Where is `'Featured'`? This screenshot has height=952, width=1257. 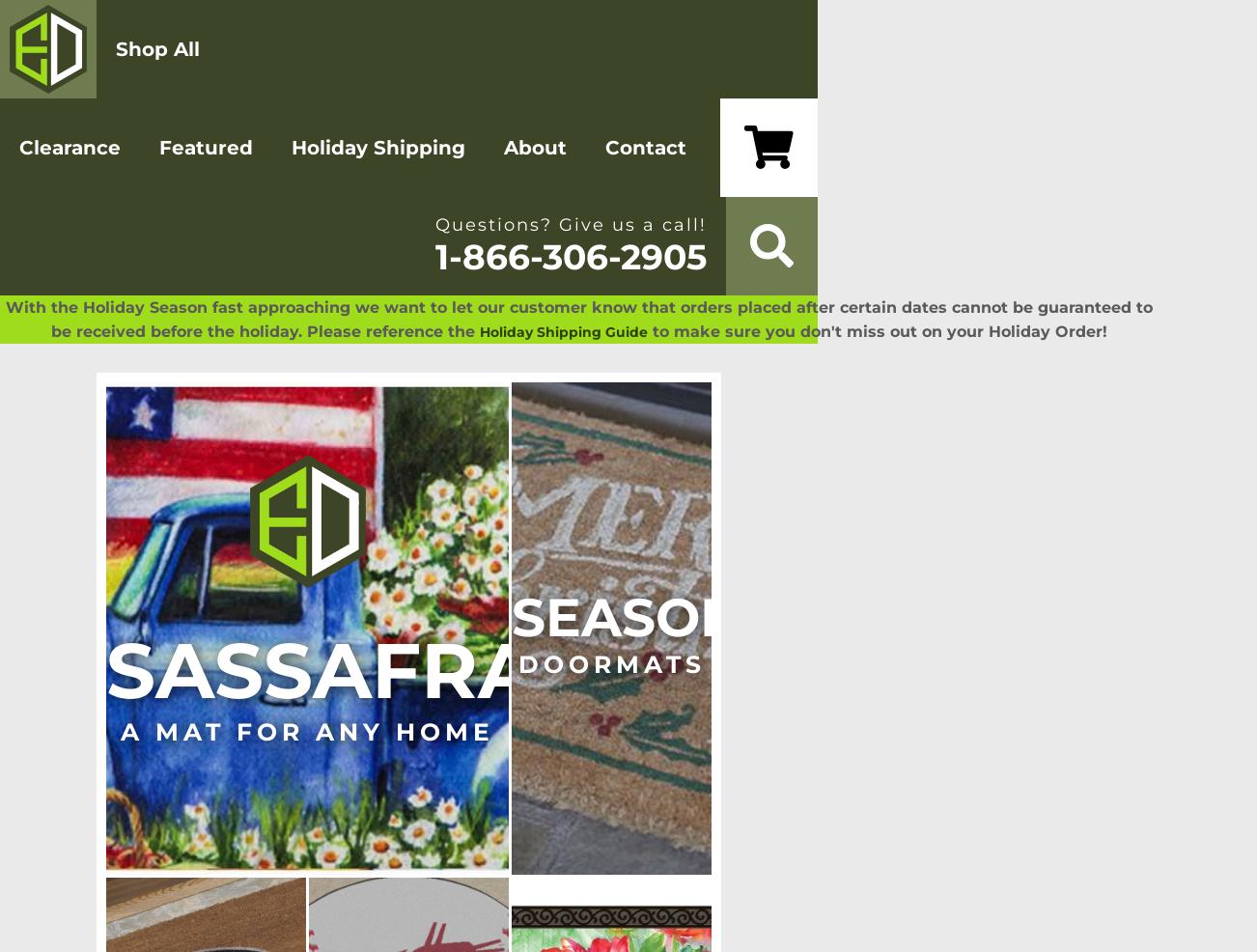
'Featured' is located at coordinates (205, 148).